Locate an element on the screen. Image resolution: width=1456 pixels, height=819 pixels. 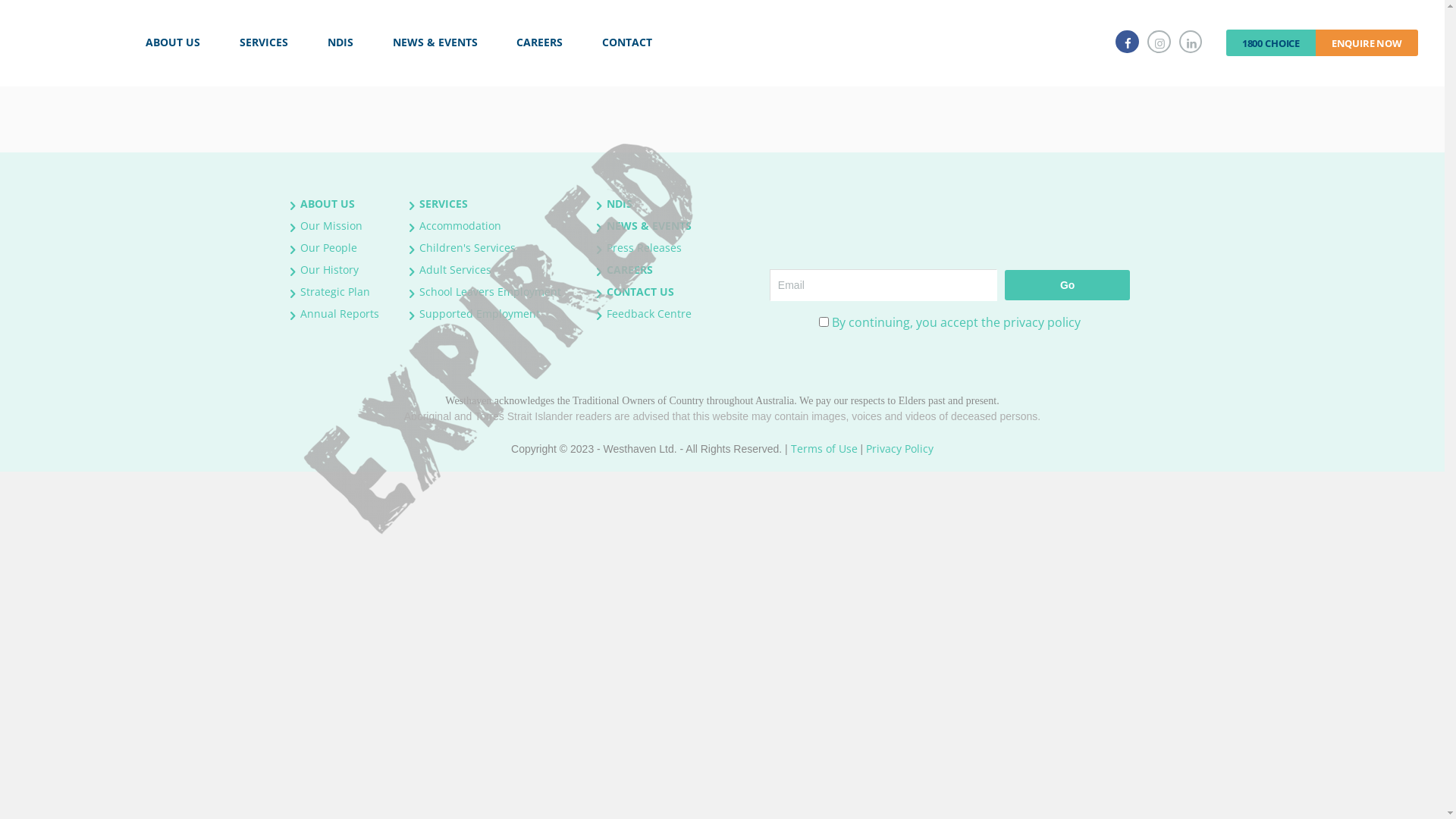
'Go' is located at coordinates (1066, 284).